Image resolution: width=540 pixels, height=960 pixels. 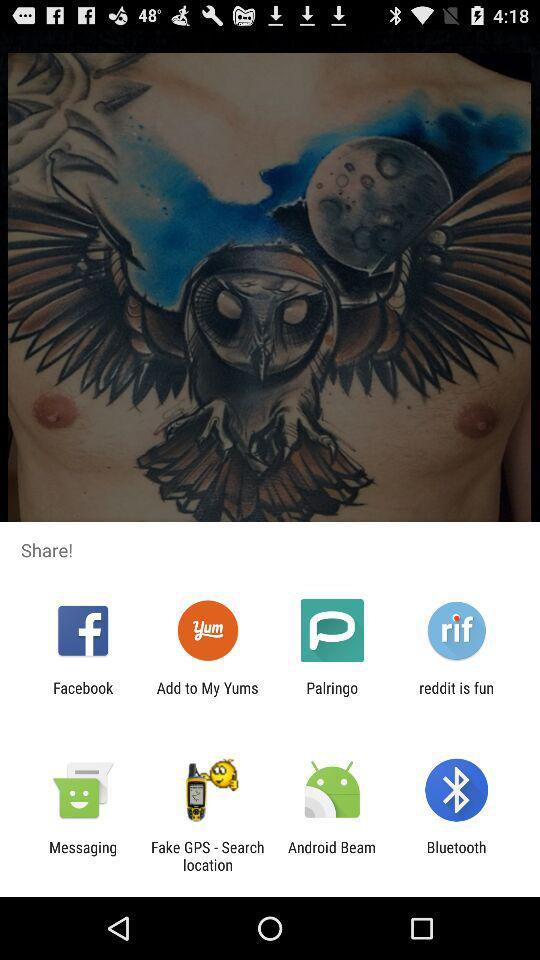 I want to click on fake gps search, so click(x=206, y=855).